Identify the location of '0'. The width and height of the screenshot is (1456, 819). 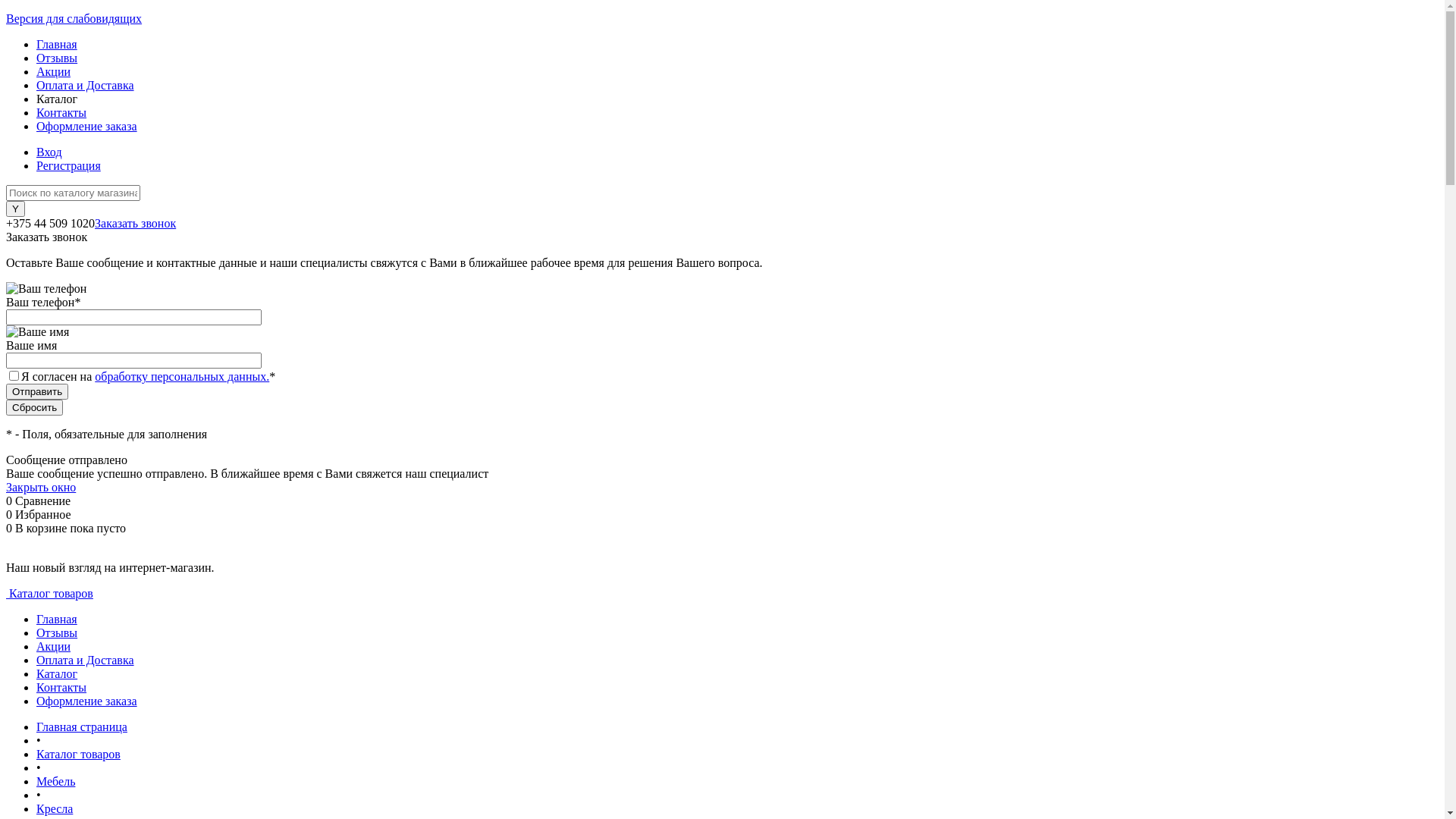
(11, 500).